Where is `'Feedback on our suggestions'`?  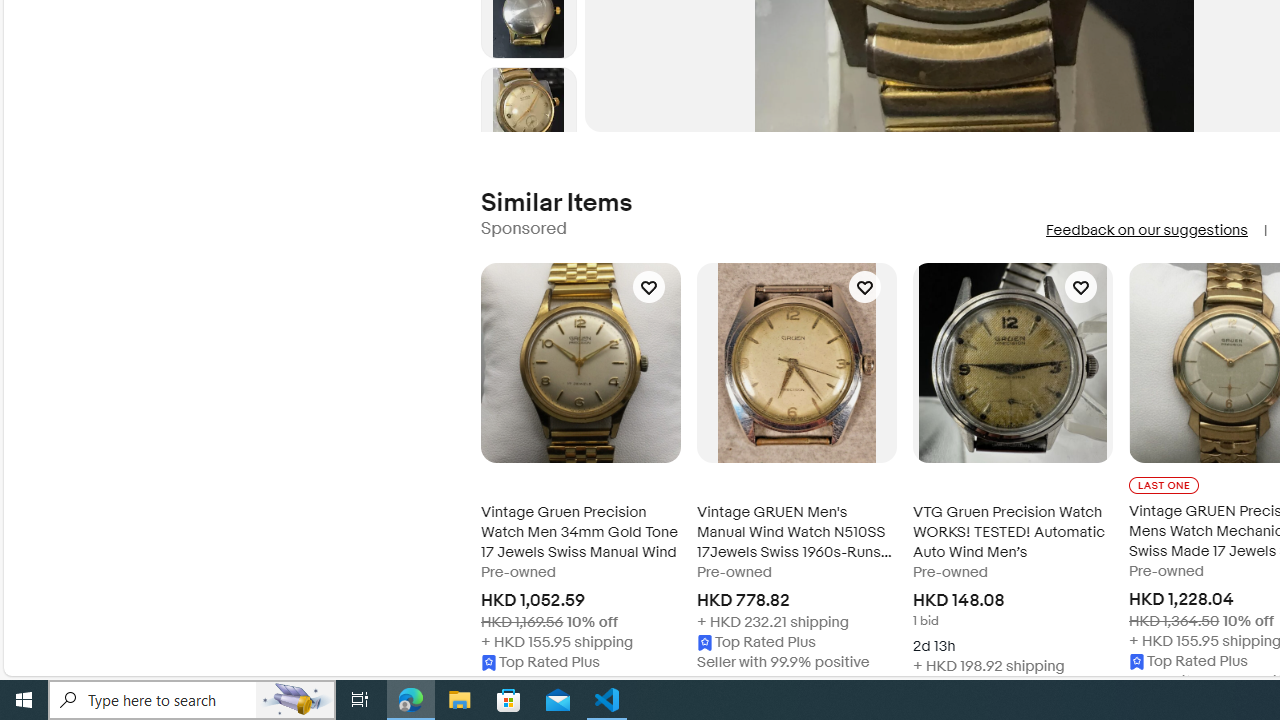
'Feedback on our suggestions' is located at coordinates (1146, 229).